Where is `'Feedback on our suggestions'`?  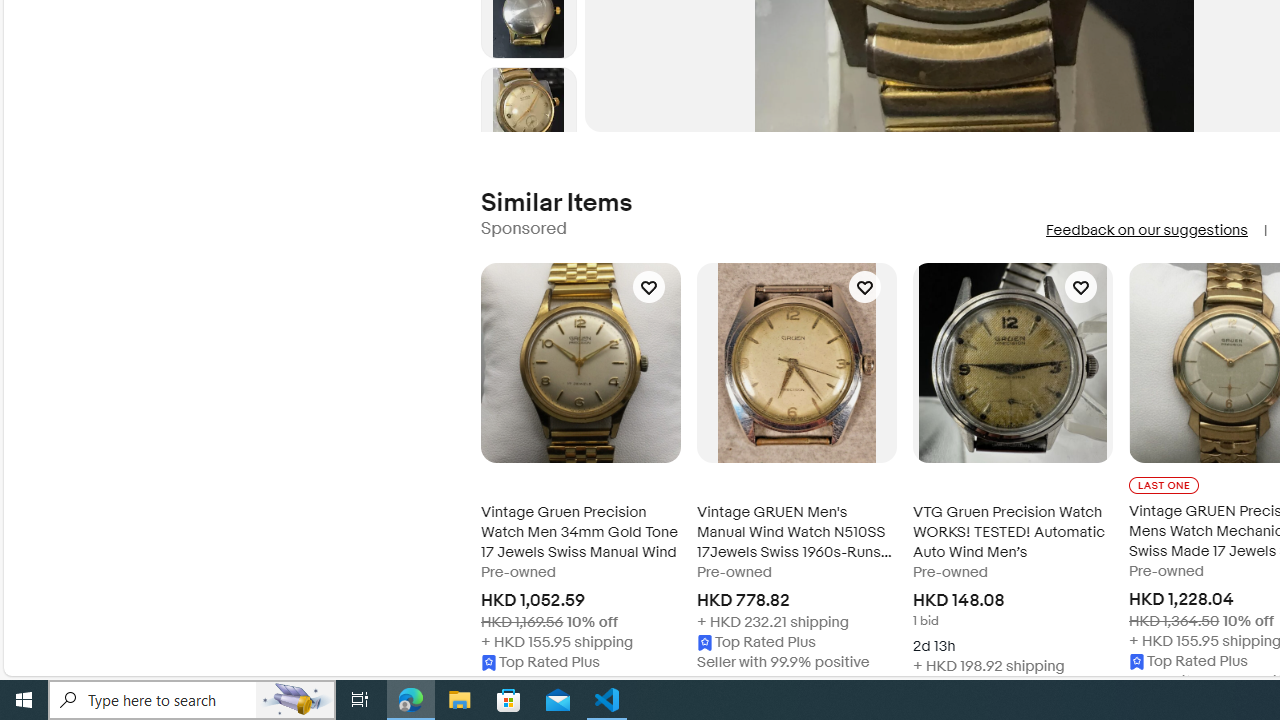
'Feedback on our suggestions' is located at coordinates (1146, 229).